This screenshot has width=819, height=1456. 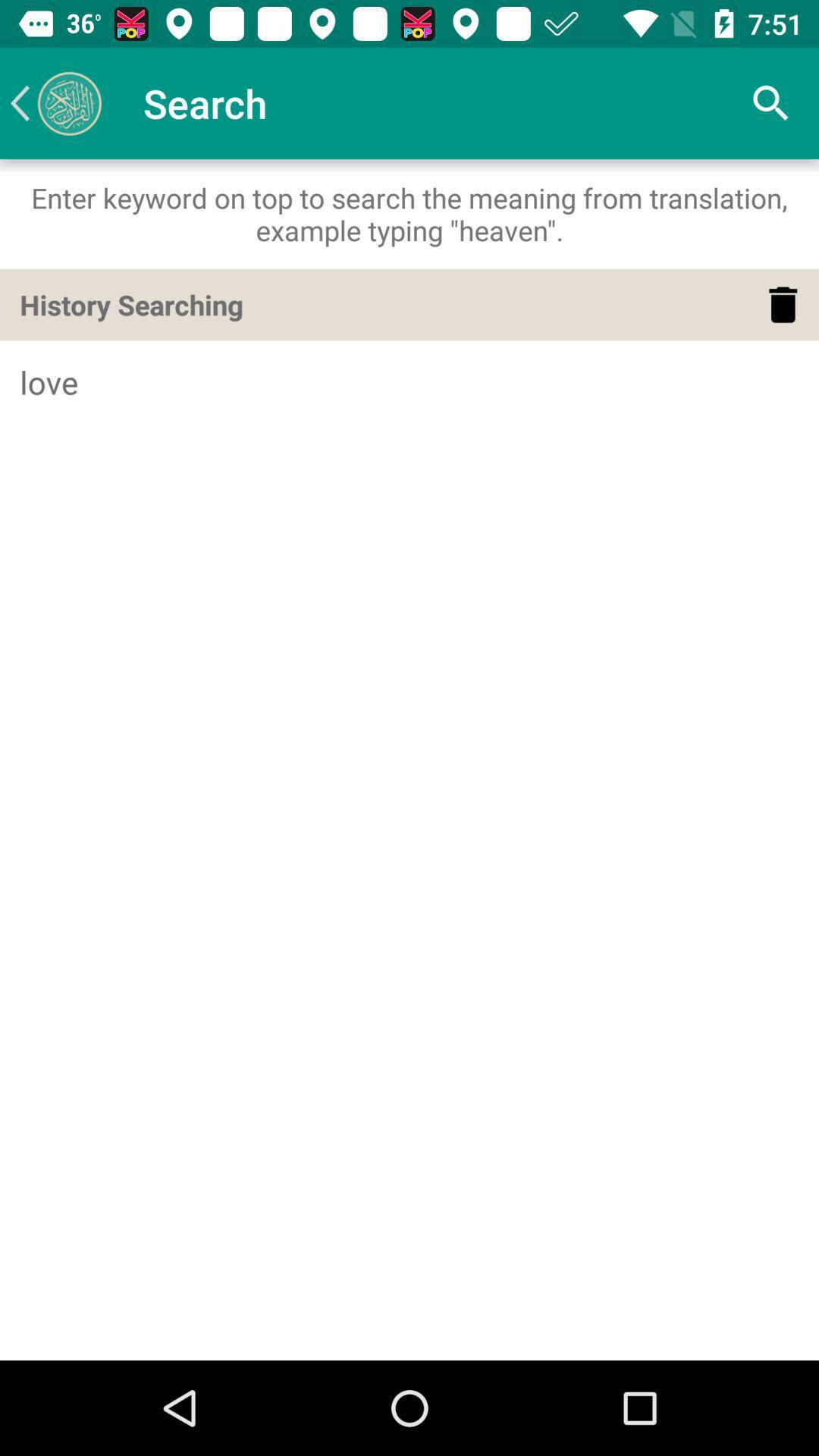 What do you see at coordinates (55, 102) in the screenshot?
I see `the icon above the enter keyword on` at bounding box center [55, 102].